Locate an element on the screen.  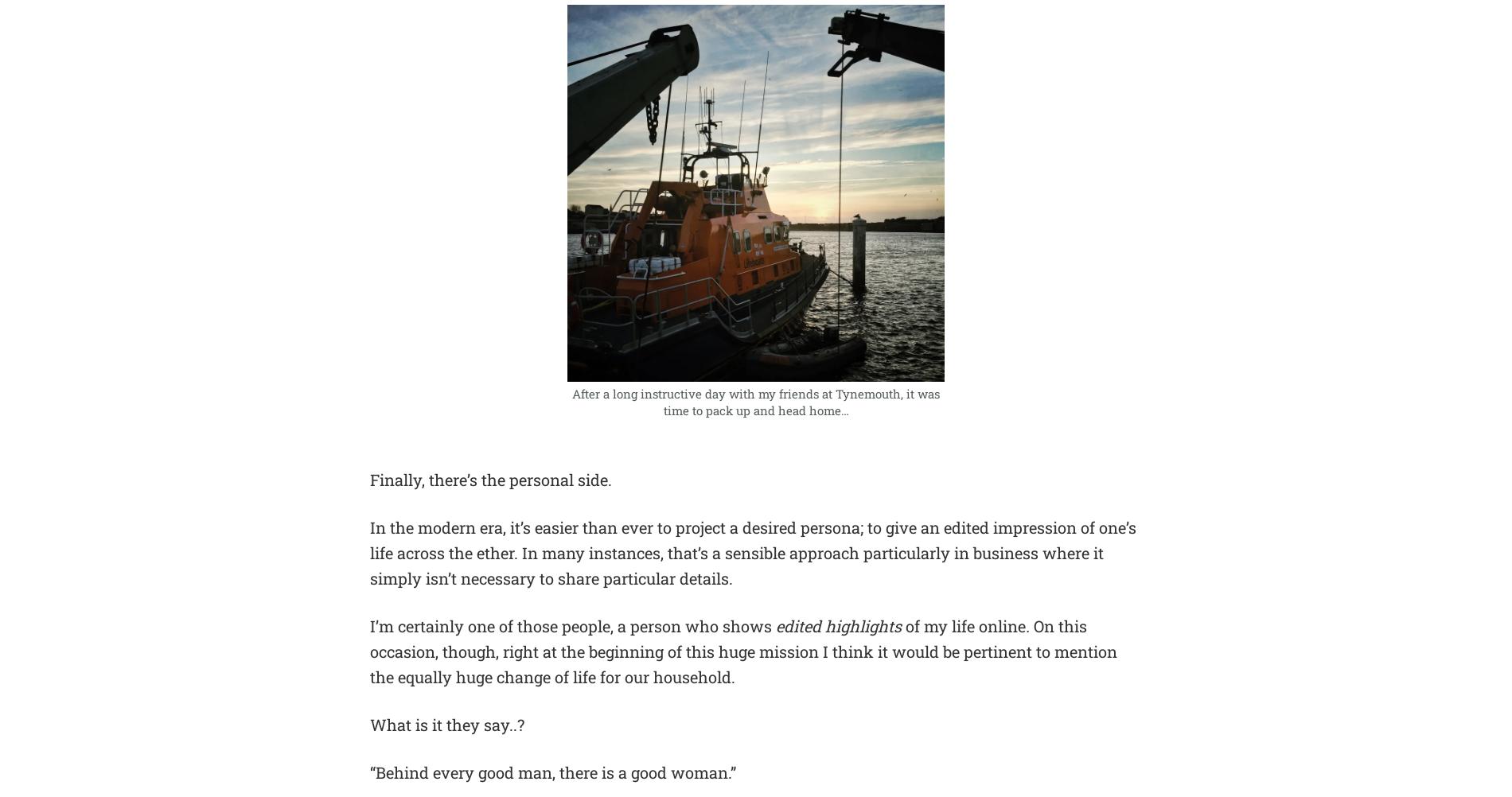
'What is it they say..?' is located at coordinates (447, 725).